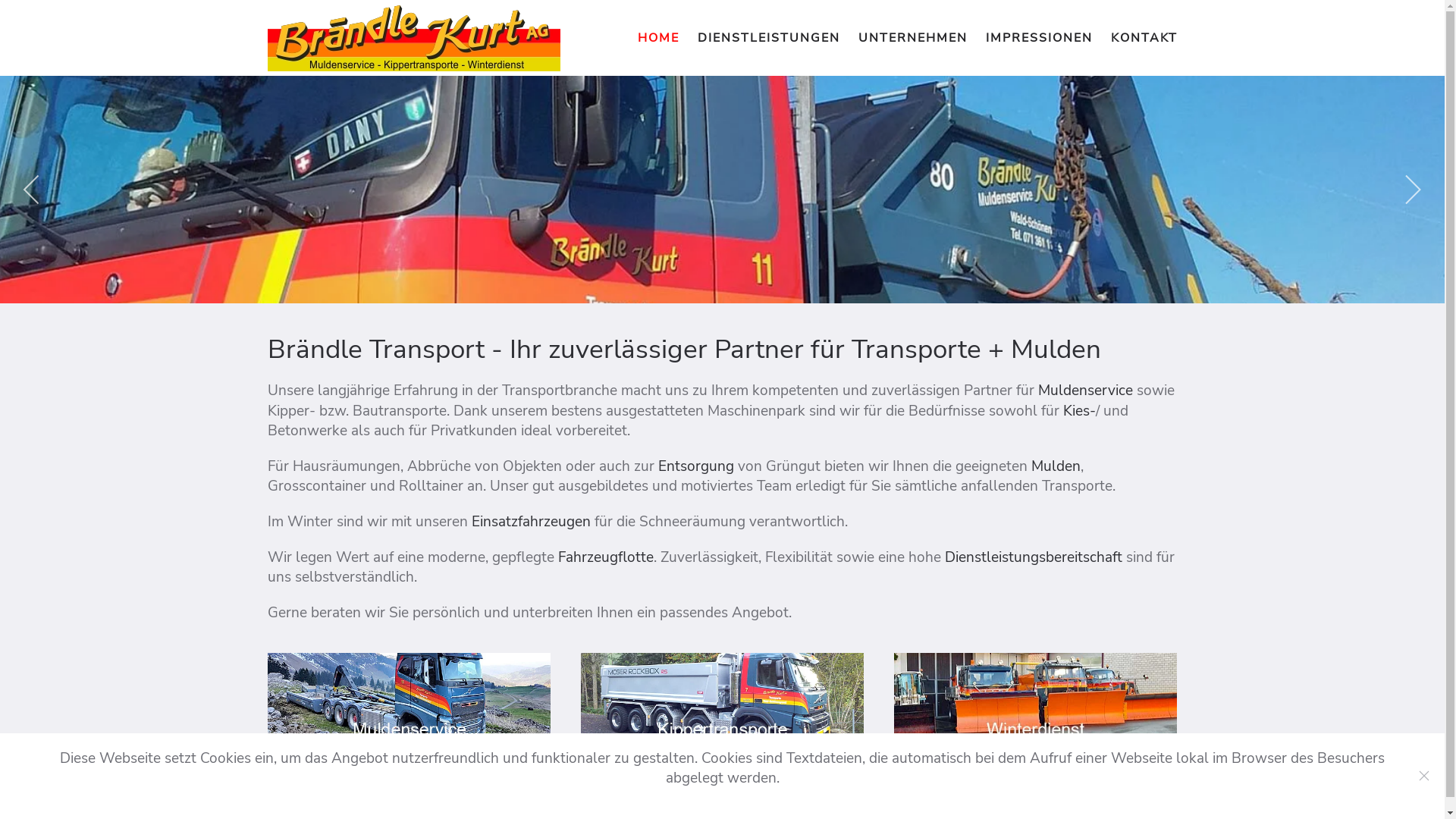 Image resolution: width=1456 pixels, height=819 pixels. What do you see at coordinates (1078, 411) in the screenshot?
I see `'Kies-'` at bounding box center [1078, 411].